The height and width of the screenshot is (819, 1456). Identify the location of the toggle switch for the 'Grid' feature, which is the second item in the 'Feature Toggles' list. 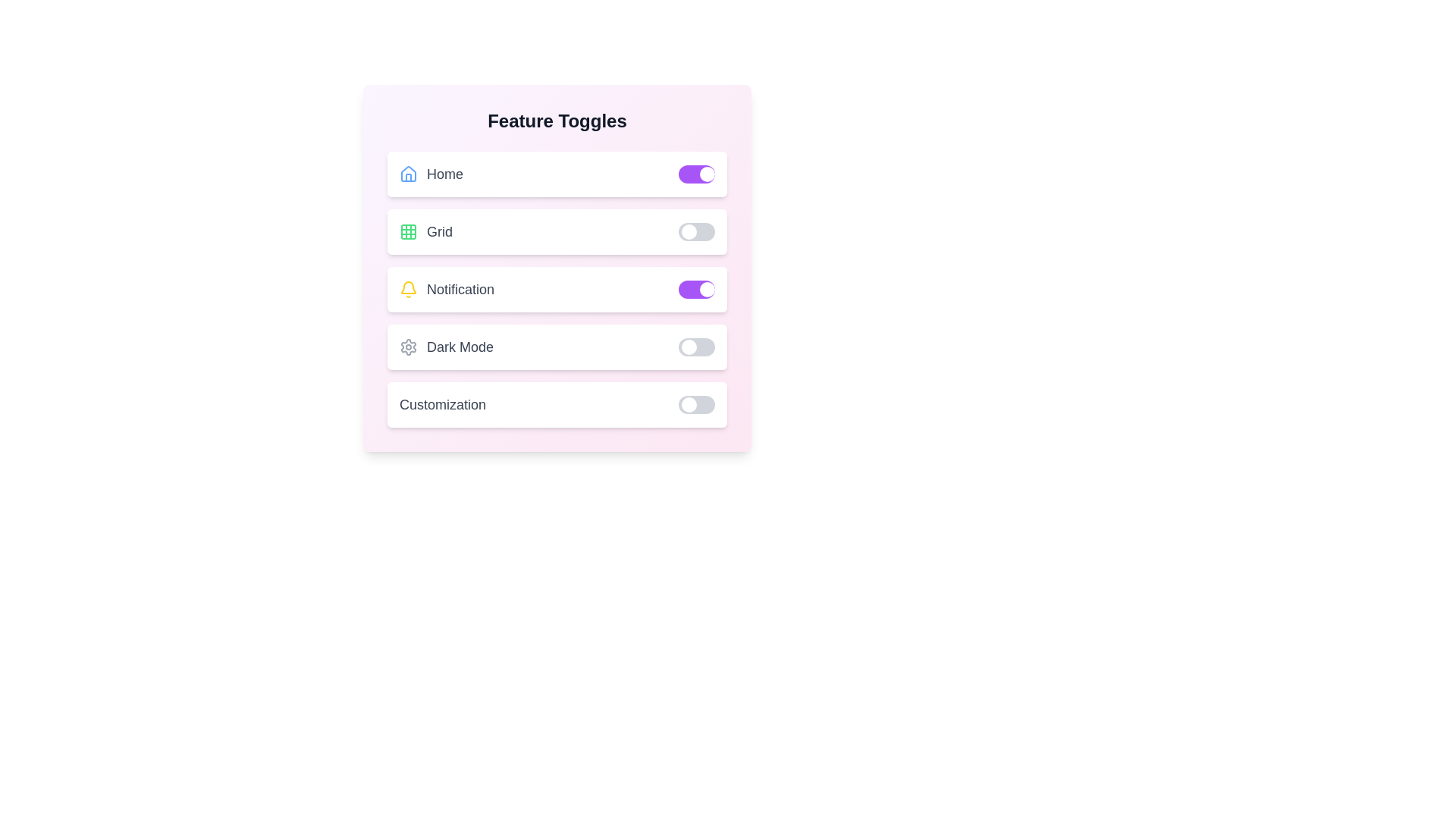
(556, 231).